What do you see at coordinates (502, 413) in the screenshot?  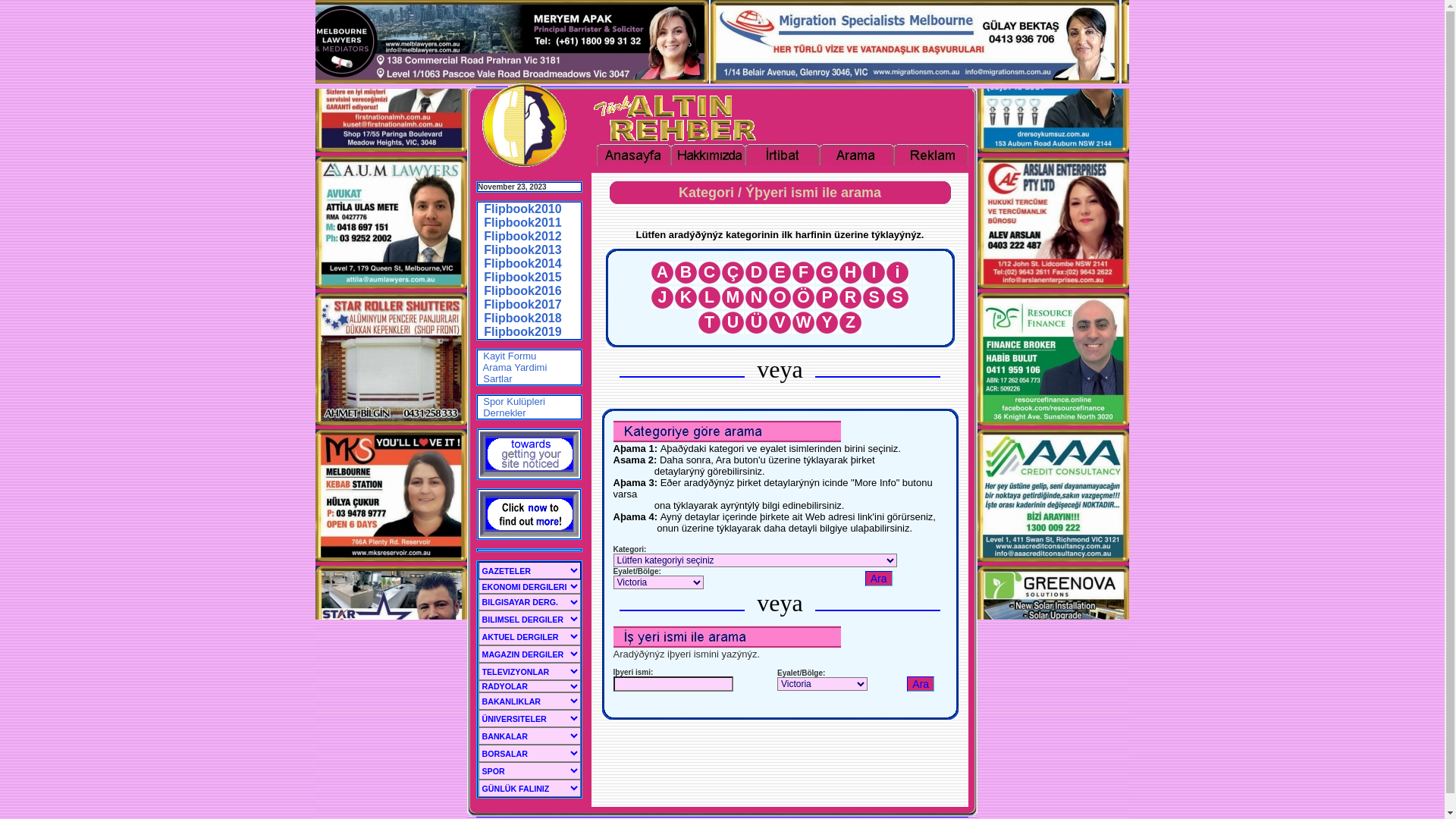 I see `'  Dernekler'` at bounding box center [502, 413].